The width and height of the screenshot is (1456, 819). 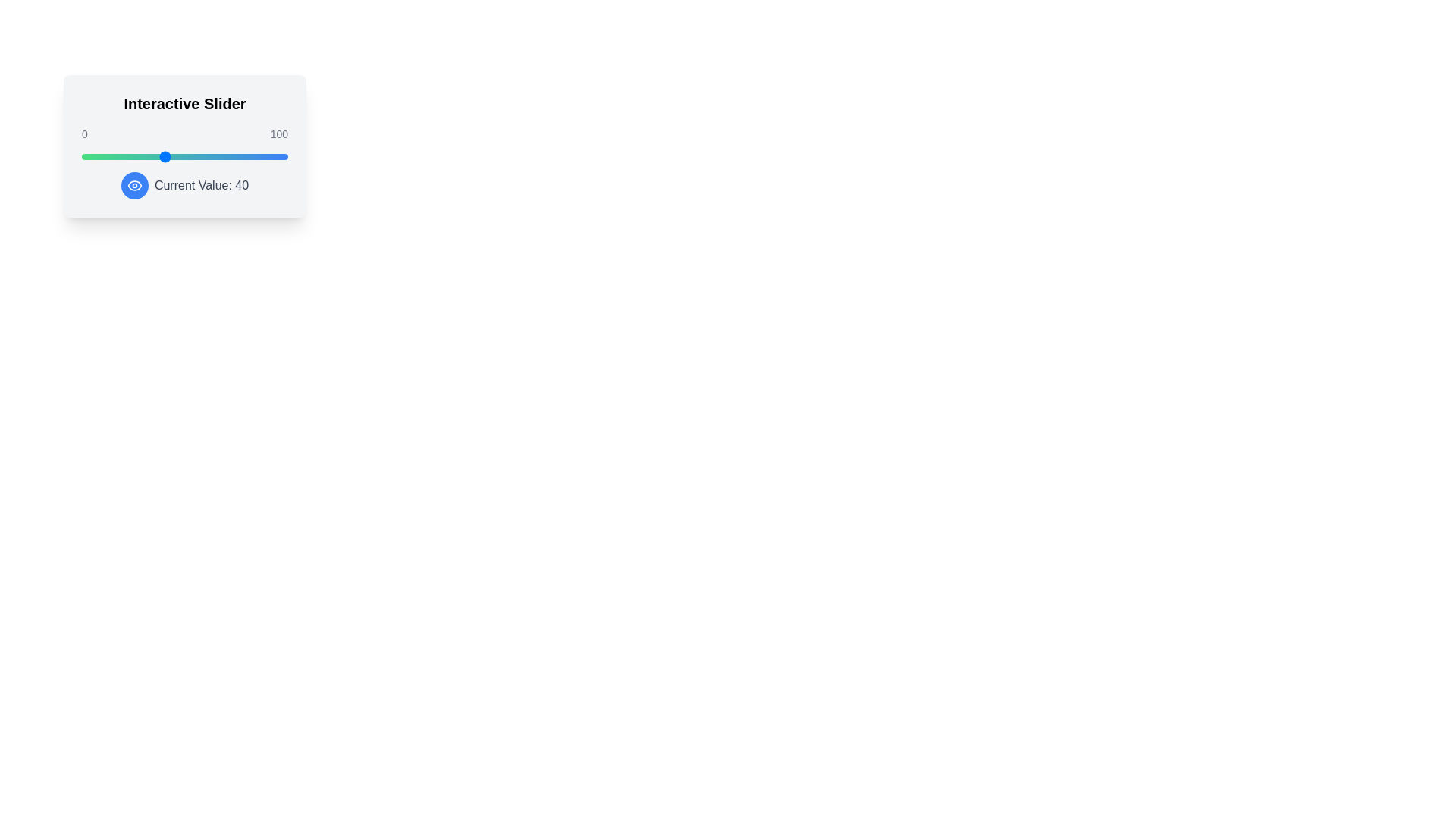 I want to click on the slider to set its value to 49, so click(x=182, y=157).